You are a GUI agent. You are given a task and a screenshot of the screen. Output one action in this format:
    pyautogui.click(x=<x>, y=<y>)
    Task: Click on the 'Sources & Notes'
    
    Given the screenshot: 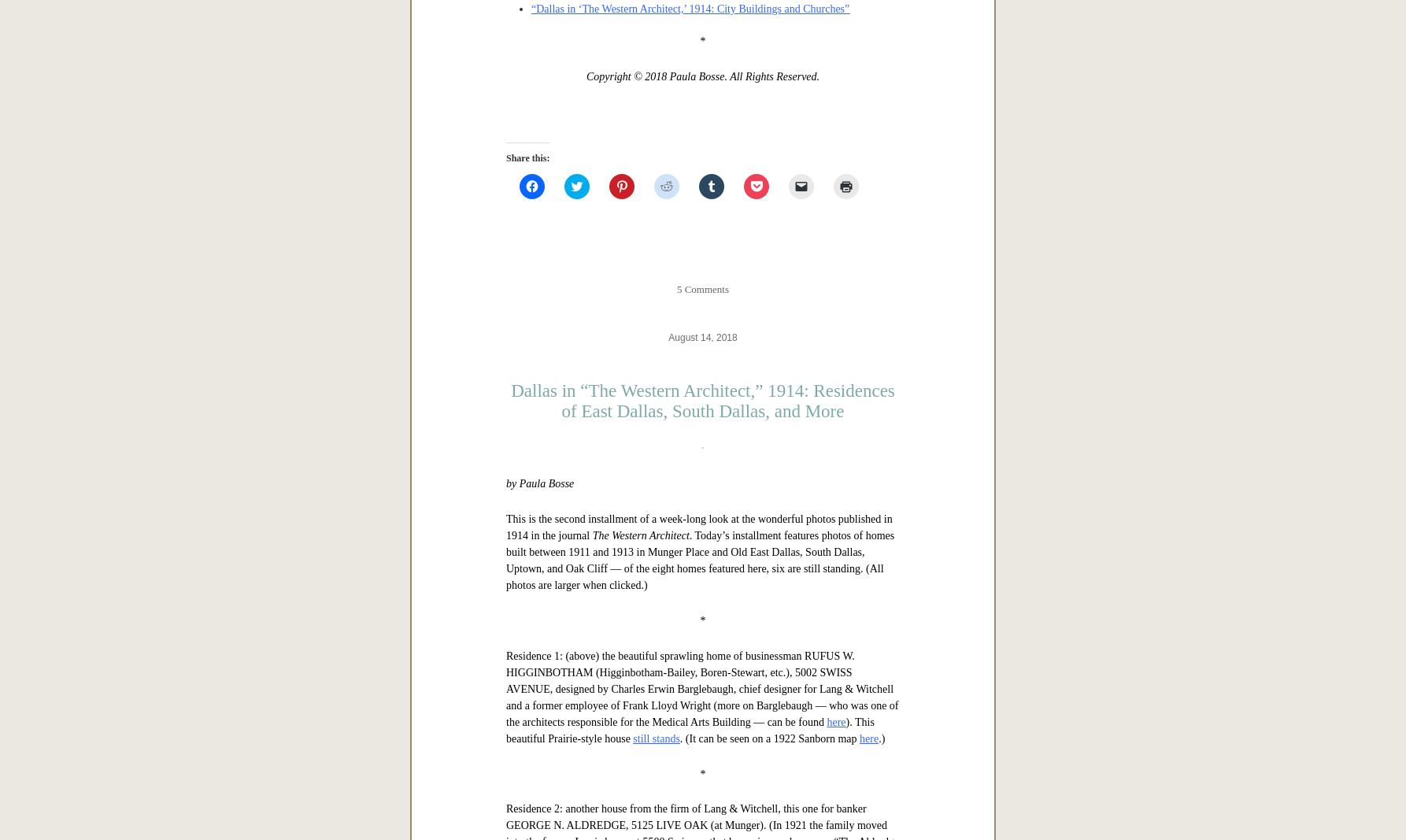 What is the action you would take?
    pyautogui.click(x=550, y=191)
    